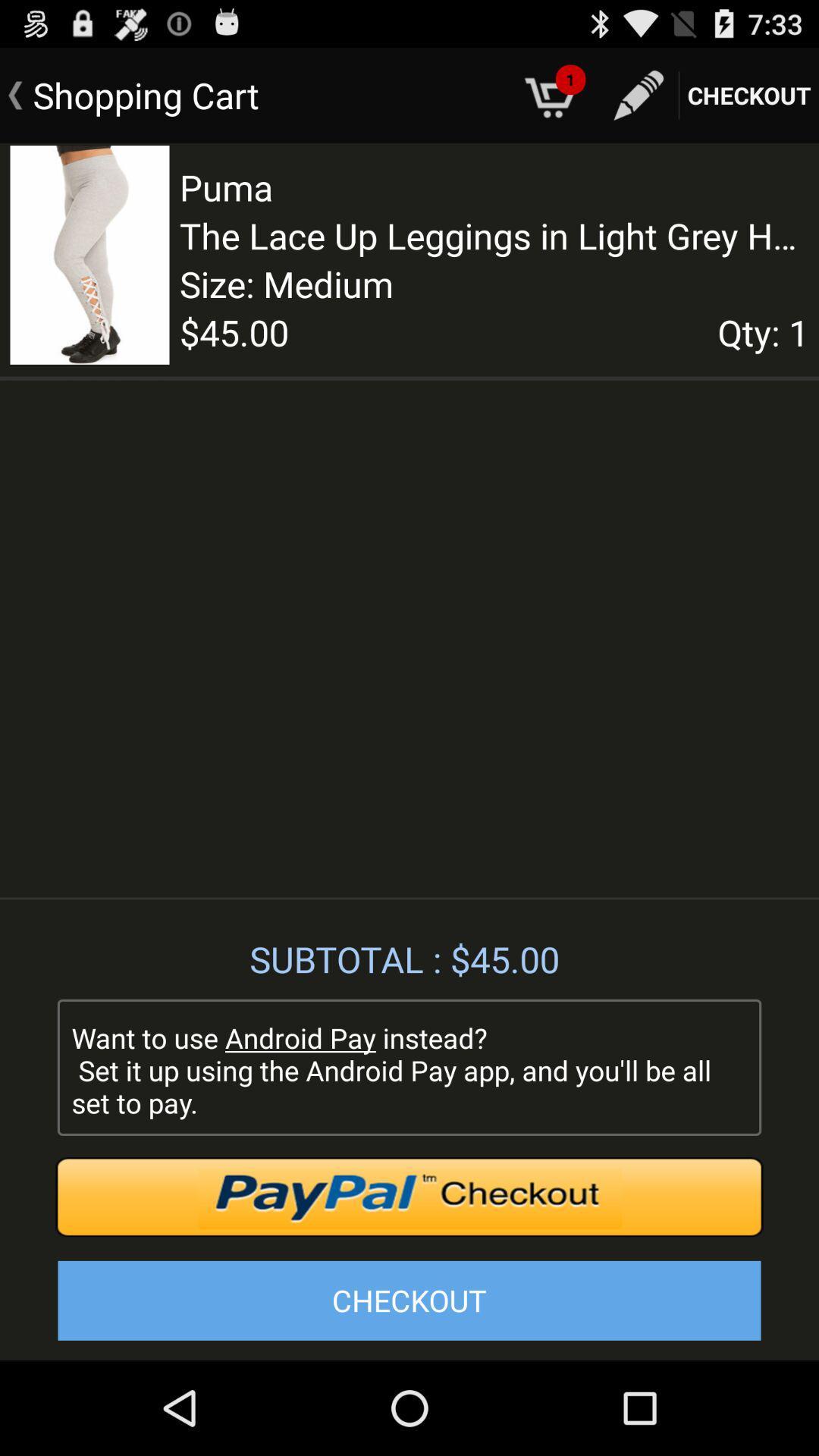  Describe the element at coordinates (748, 94) in the screenshot. I see `checkout` at that location.